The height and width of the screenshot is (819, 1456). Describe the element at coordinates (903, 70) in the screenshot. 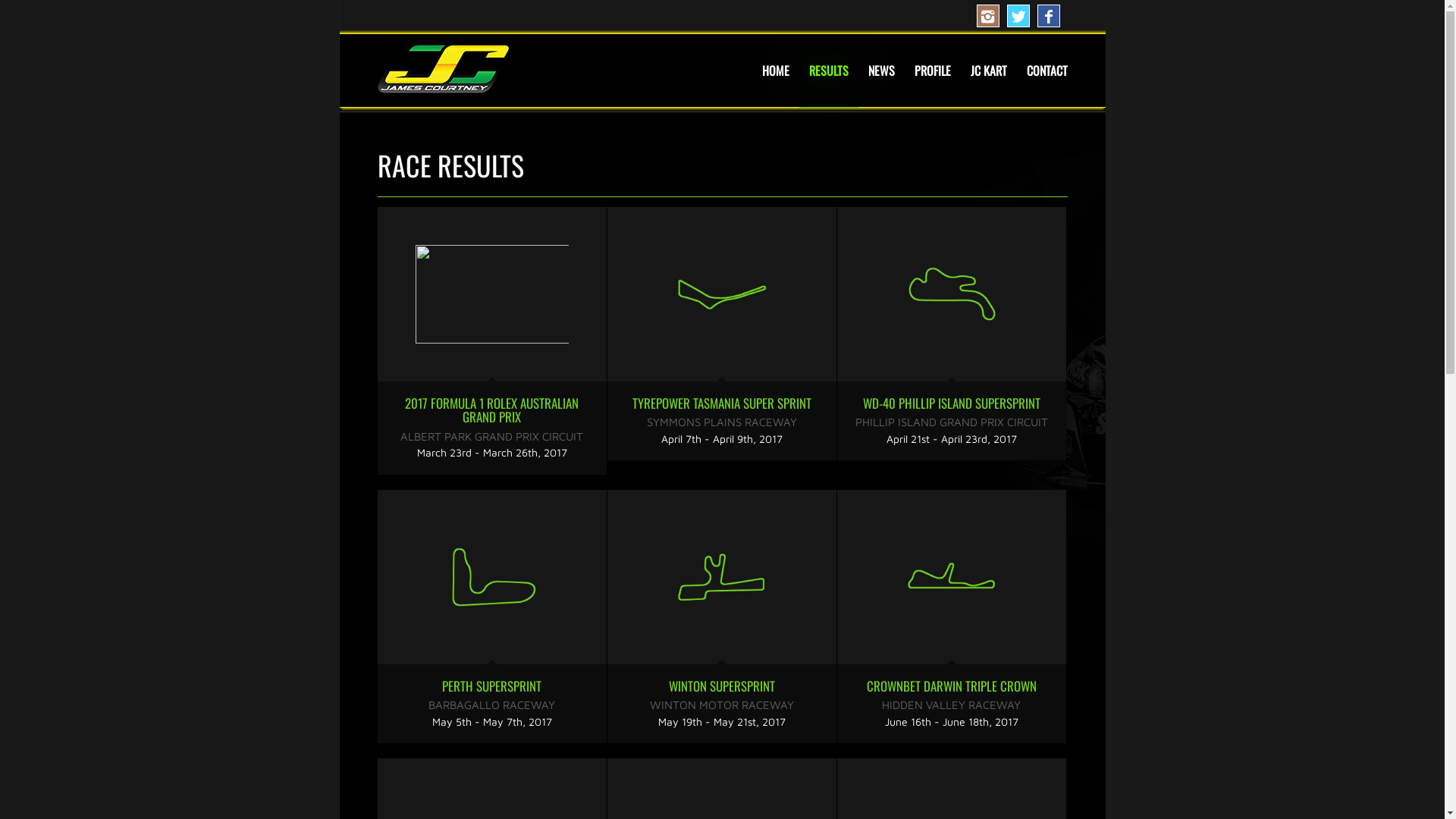

I see `'PROFILE'` at that location.